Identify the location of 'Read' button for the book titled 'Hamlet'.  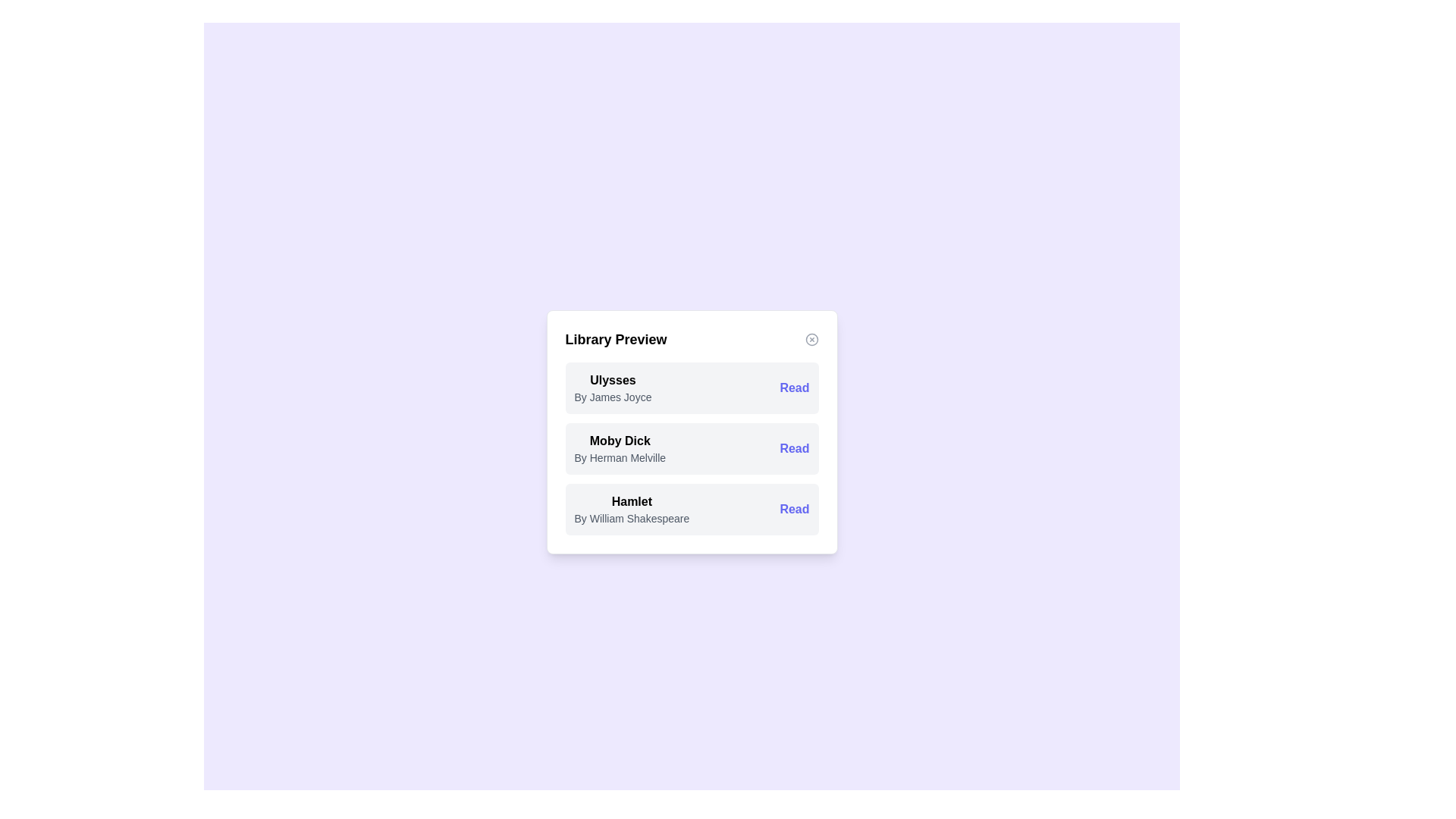
(793, 509).